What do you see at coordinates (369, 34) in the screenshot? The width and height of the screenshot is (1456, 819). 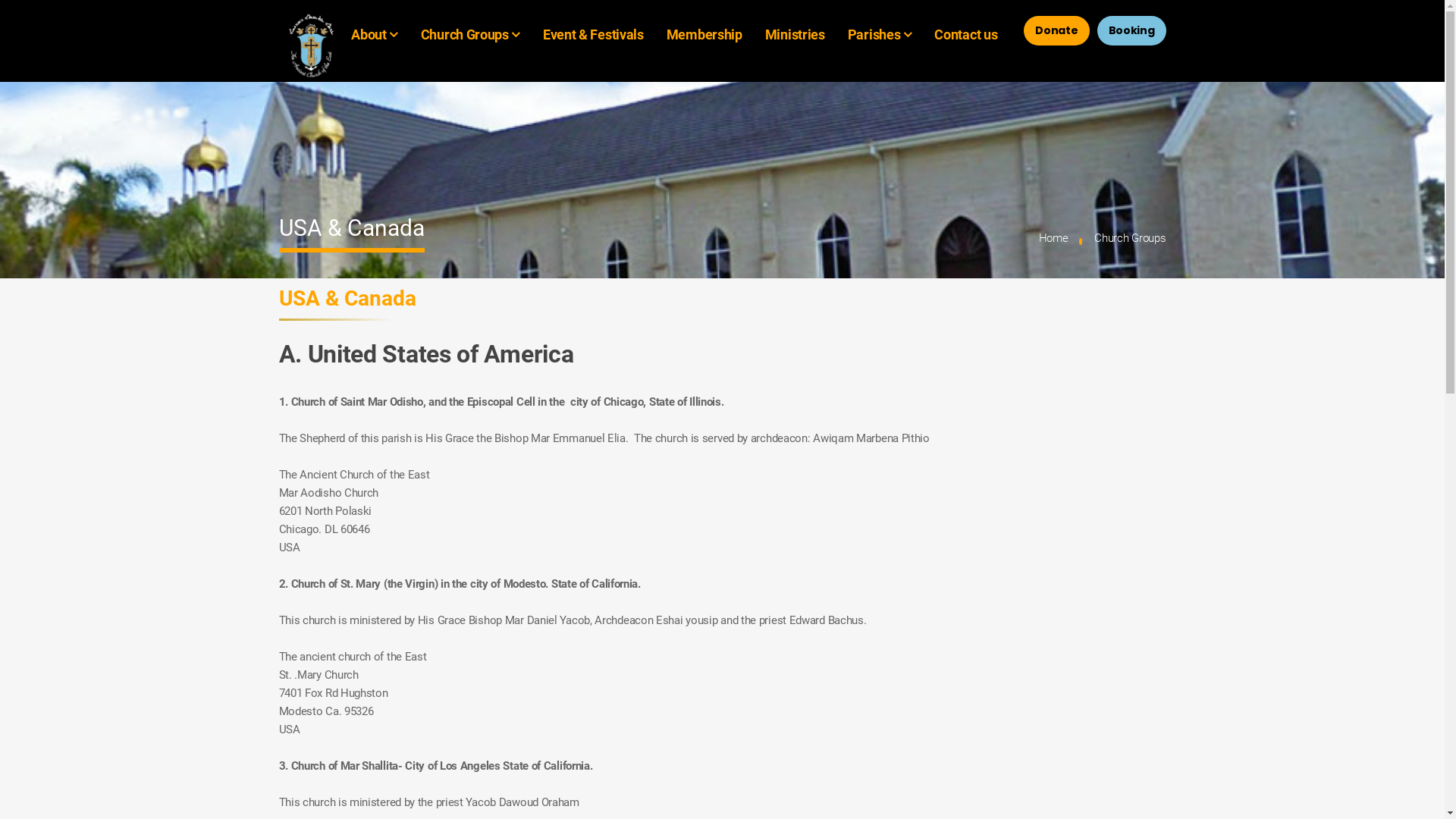 I see `'About'` at bounding box center [369, 34].